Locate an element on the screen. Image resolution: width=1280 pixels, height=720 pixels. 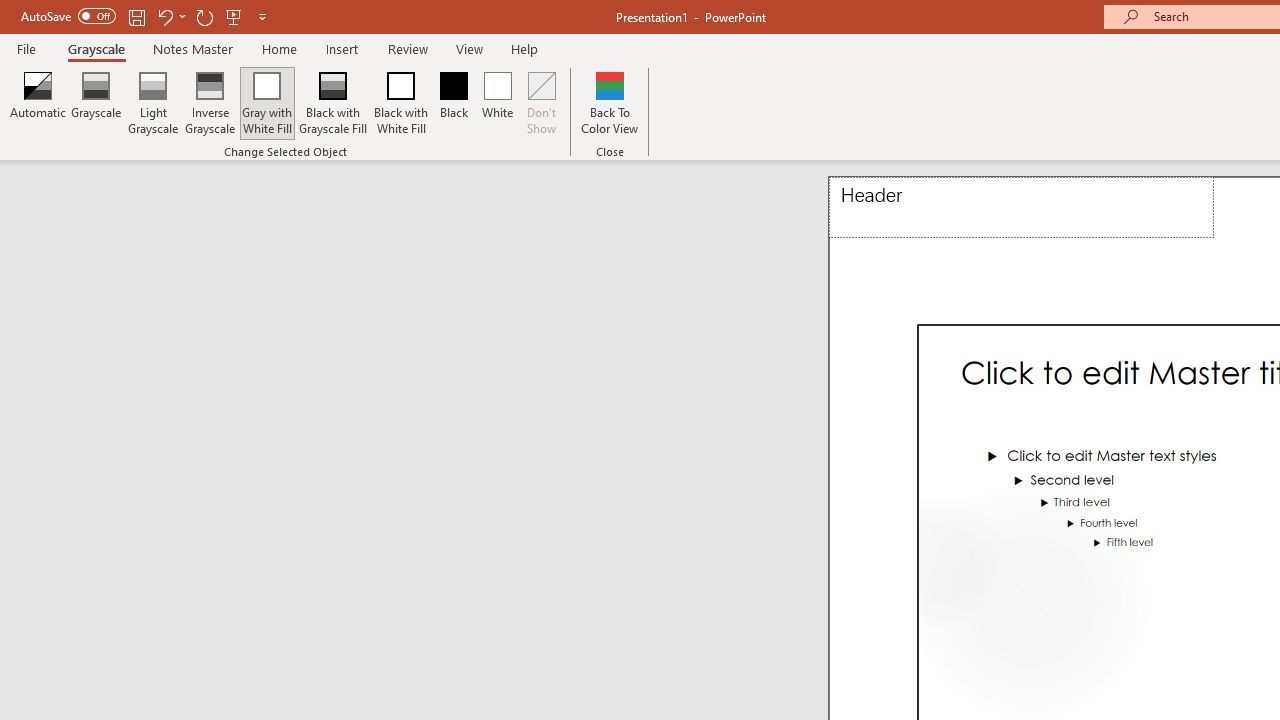
'Inverse Grayscale' is located at coordinates (210, 103).